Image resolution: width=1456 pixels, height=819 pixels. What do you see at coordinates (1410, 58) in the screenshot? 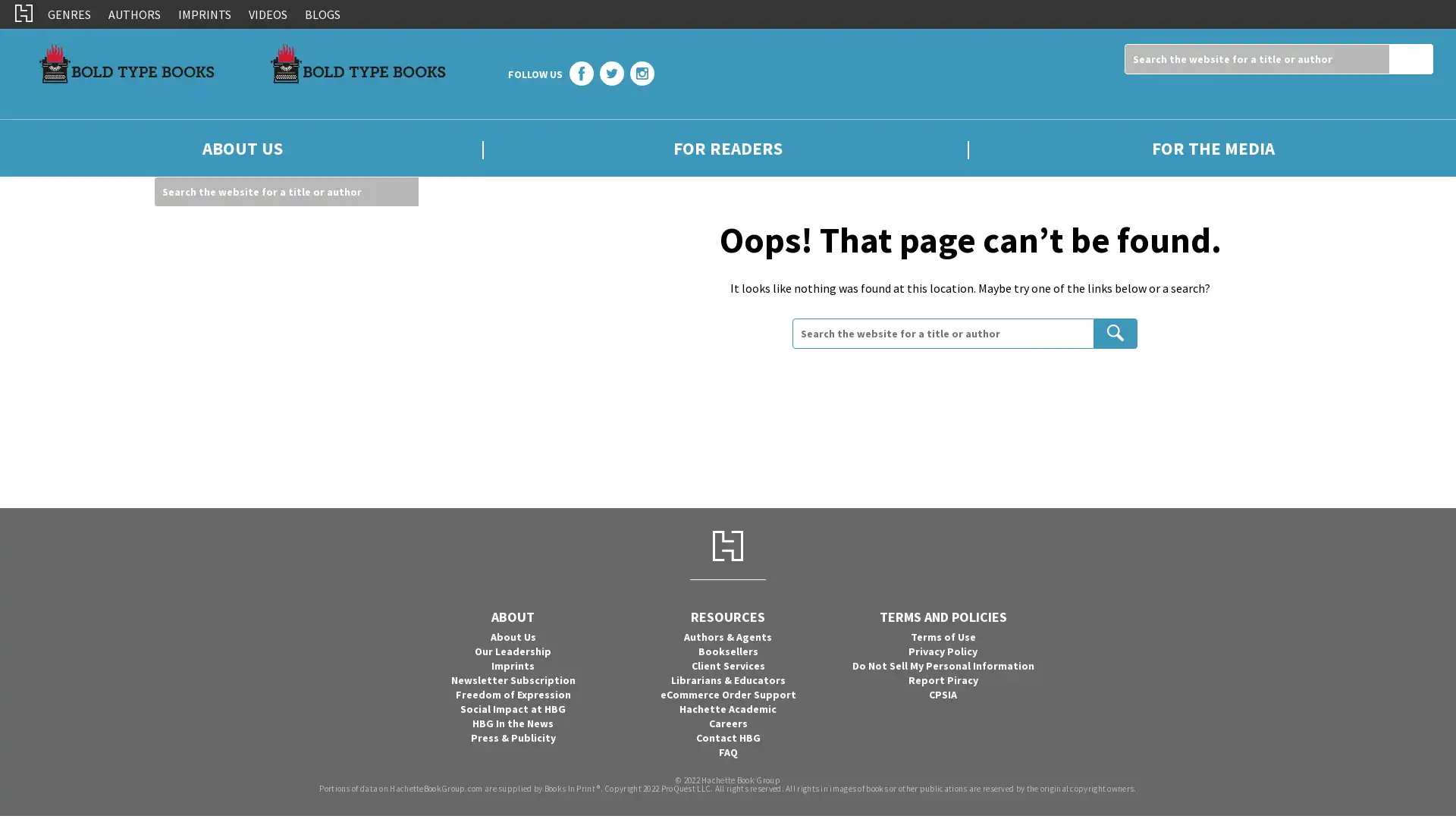
I see `Search` at bounding box center [1410, 58].